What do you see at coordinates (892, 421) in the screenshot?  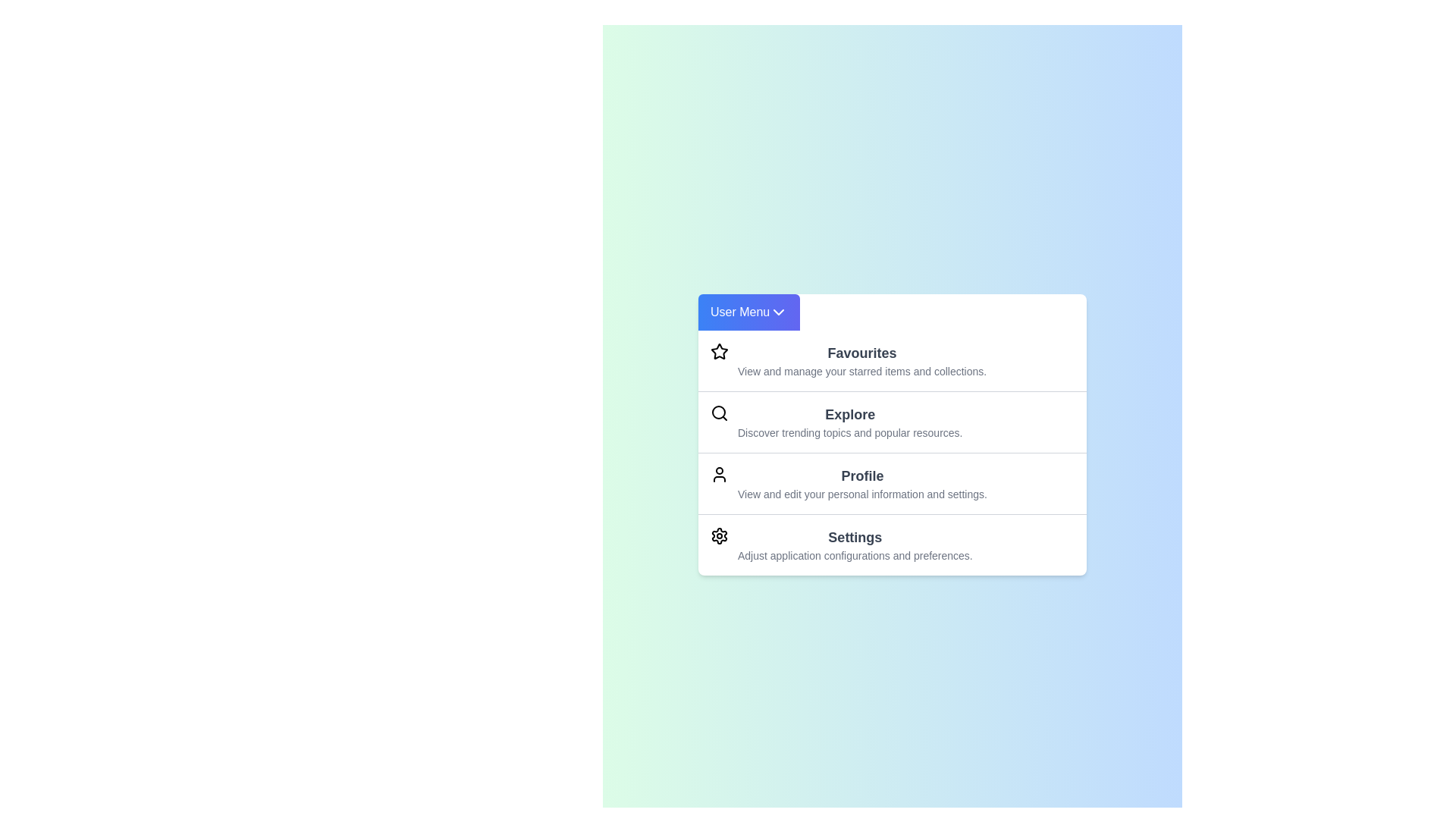 I see `the 'Explore' section in the user menu` at bounding box center [892, 421].